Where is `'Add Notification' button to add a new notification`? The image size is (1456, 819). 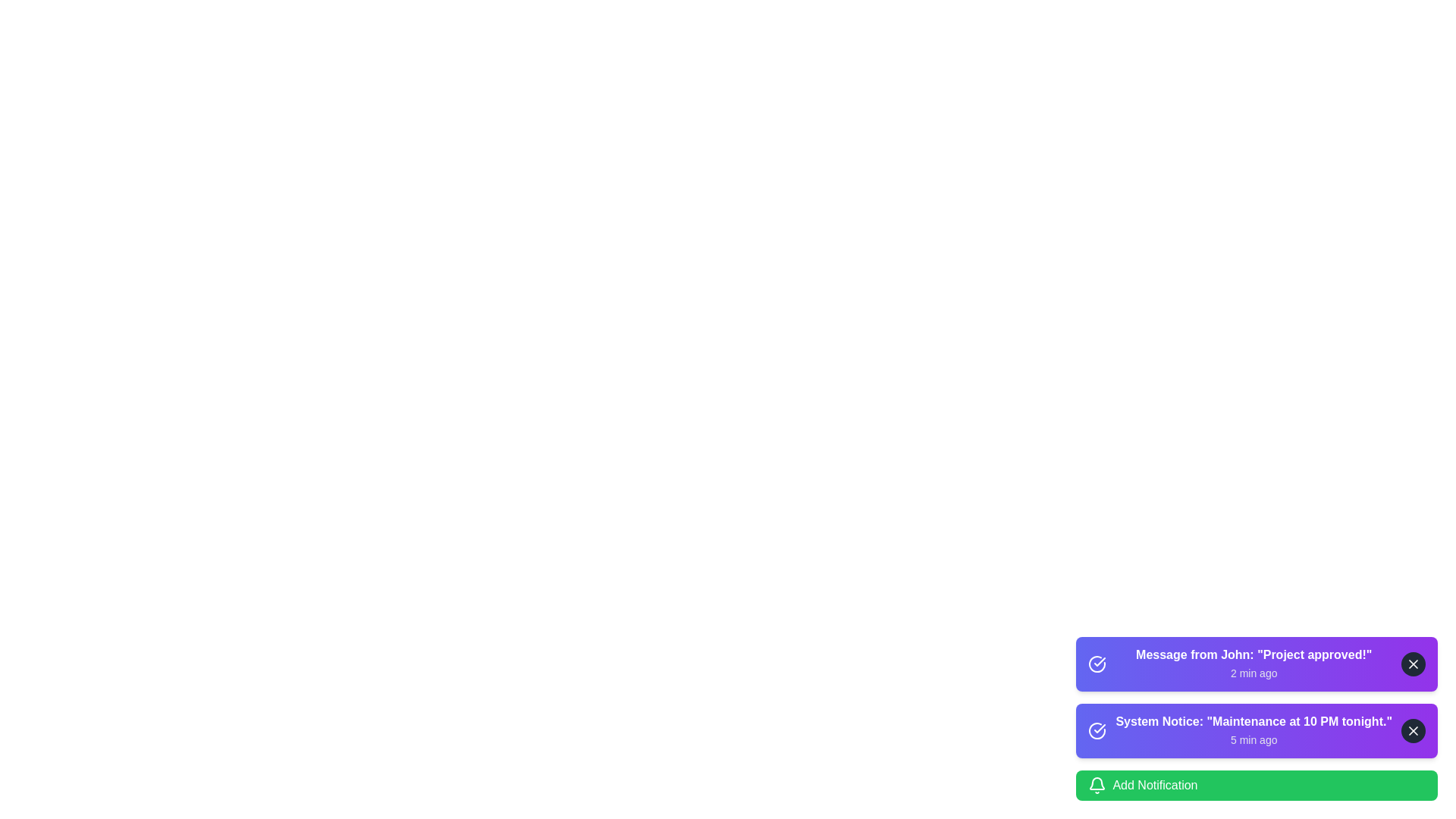
'Add Notification' button to add a new notification is located at coordinates (1257, 785).